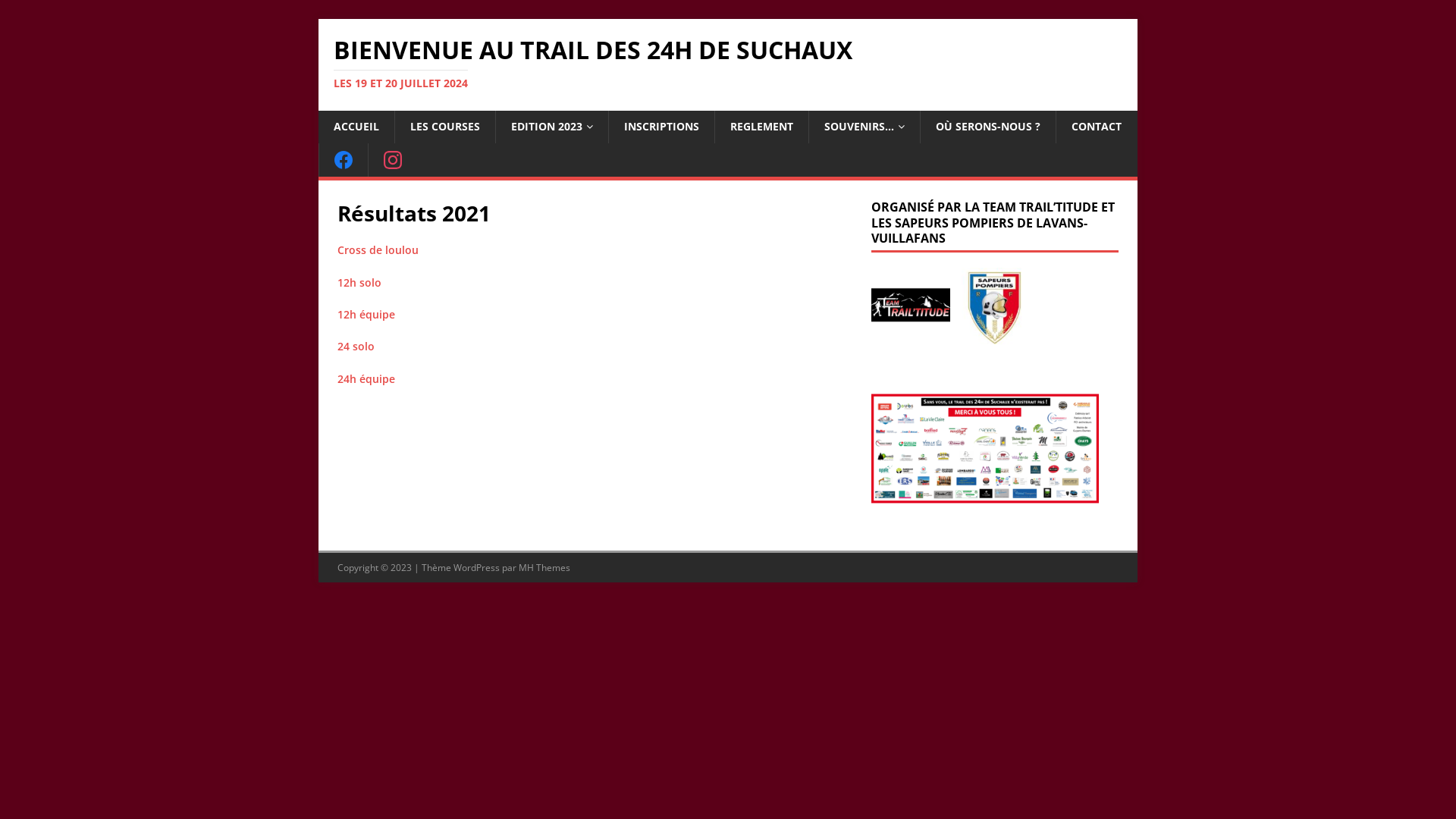  What do you see at coordinates (761, 125) in the screenshot?
I see `'REGLEMENT'` at bounding box center [761, 125].